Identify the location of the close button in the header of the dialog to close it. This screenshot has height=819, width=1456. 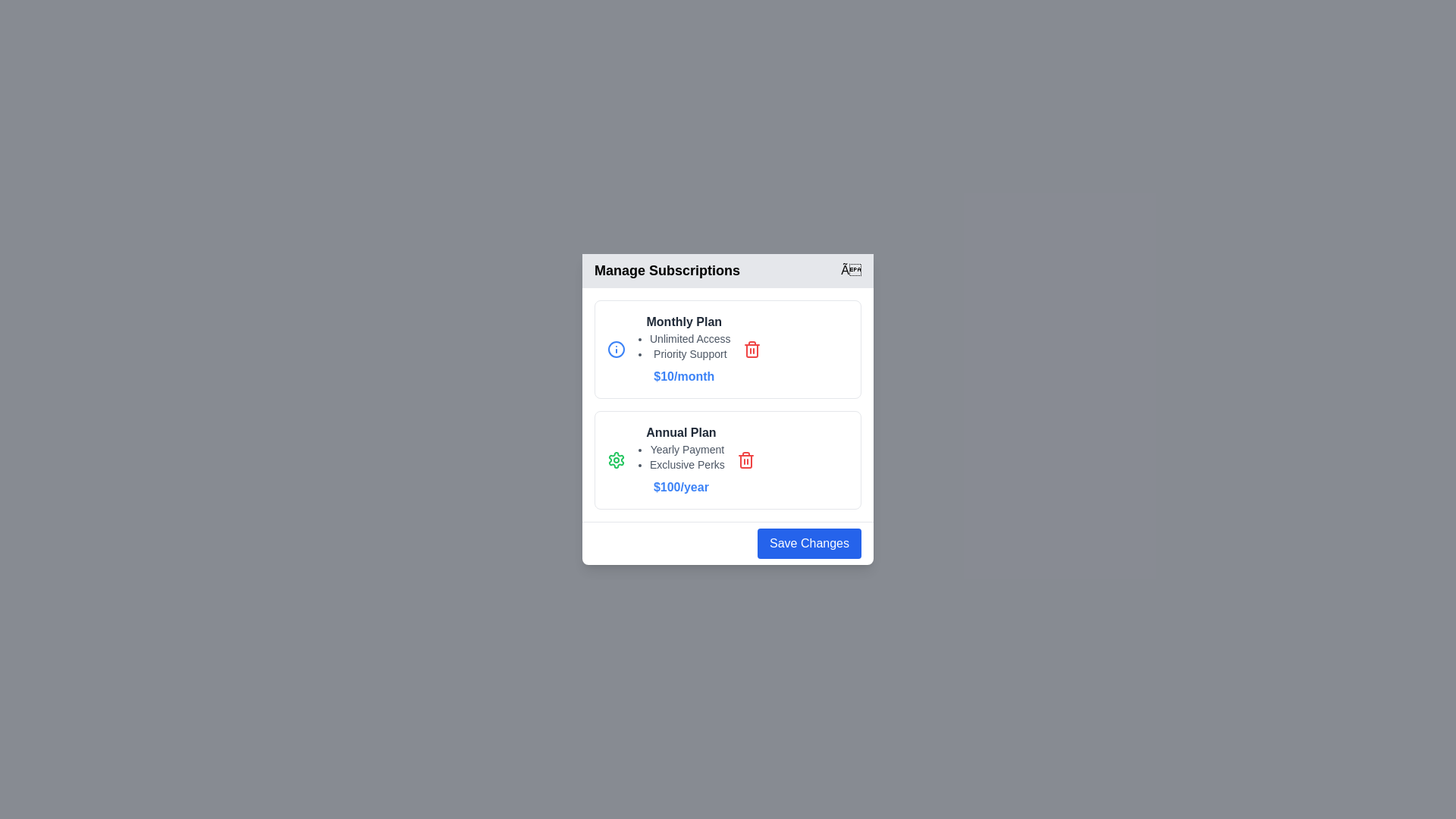
(851, 270).